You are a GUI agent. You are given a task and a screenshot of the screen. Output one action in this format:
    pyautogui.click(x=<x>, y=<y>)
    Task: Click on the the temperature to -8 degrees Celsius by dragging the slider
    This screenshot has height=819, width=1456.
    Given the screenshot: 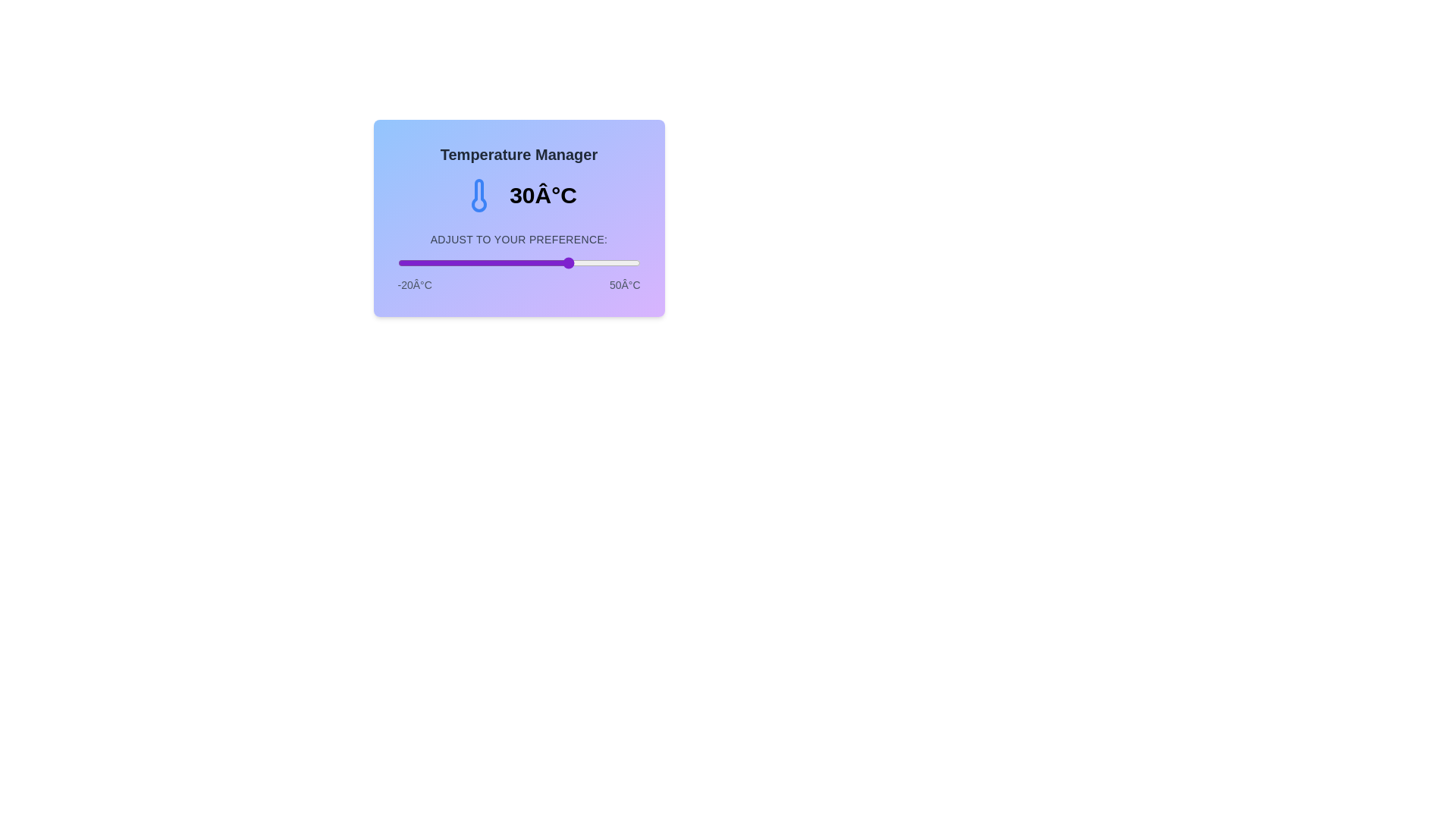 What is the action you would take?
    pyautogui.click(x=438, y=262)
    